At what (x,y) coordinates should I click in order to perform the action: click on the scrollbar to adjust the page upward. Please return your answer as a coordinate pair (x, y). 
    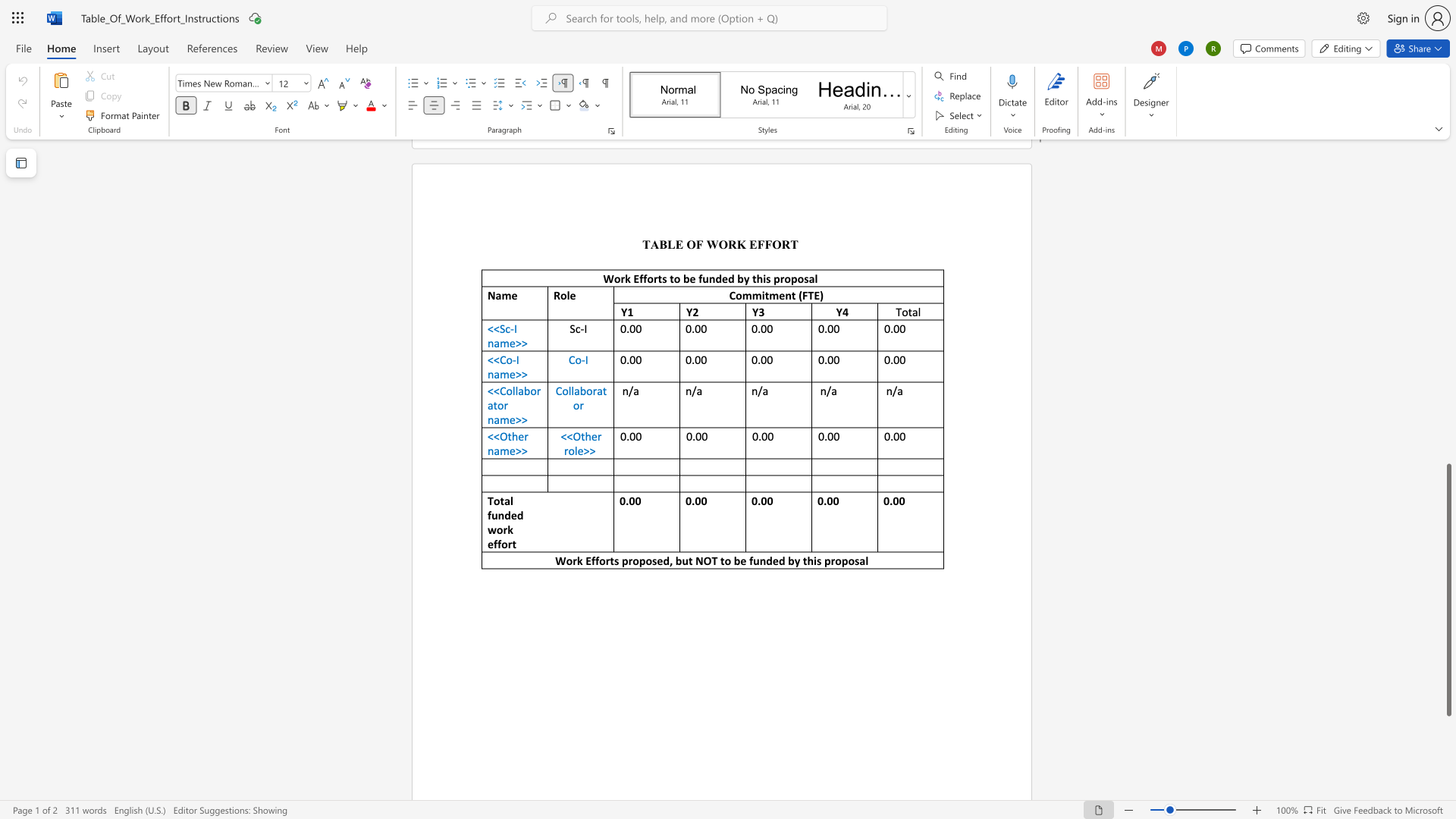
    Looking at the image, I should click on (1448, 227).